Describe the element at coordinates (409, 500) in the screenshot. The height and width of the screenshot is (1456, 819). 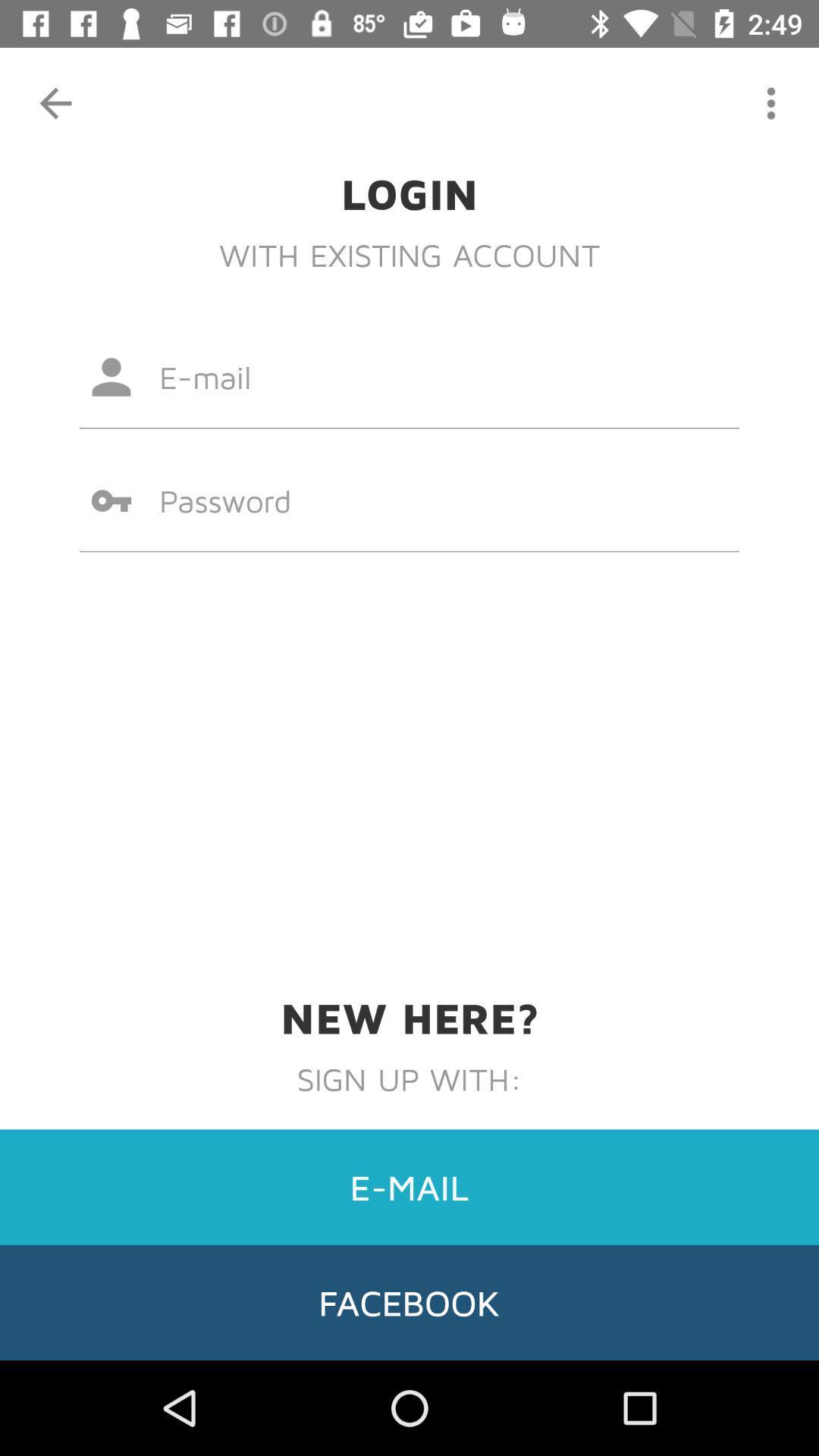
I see `the item above new here? icon` at that location.